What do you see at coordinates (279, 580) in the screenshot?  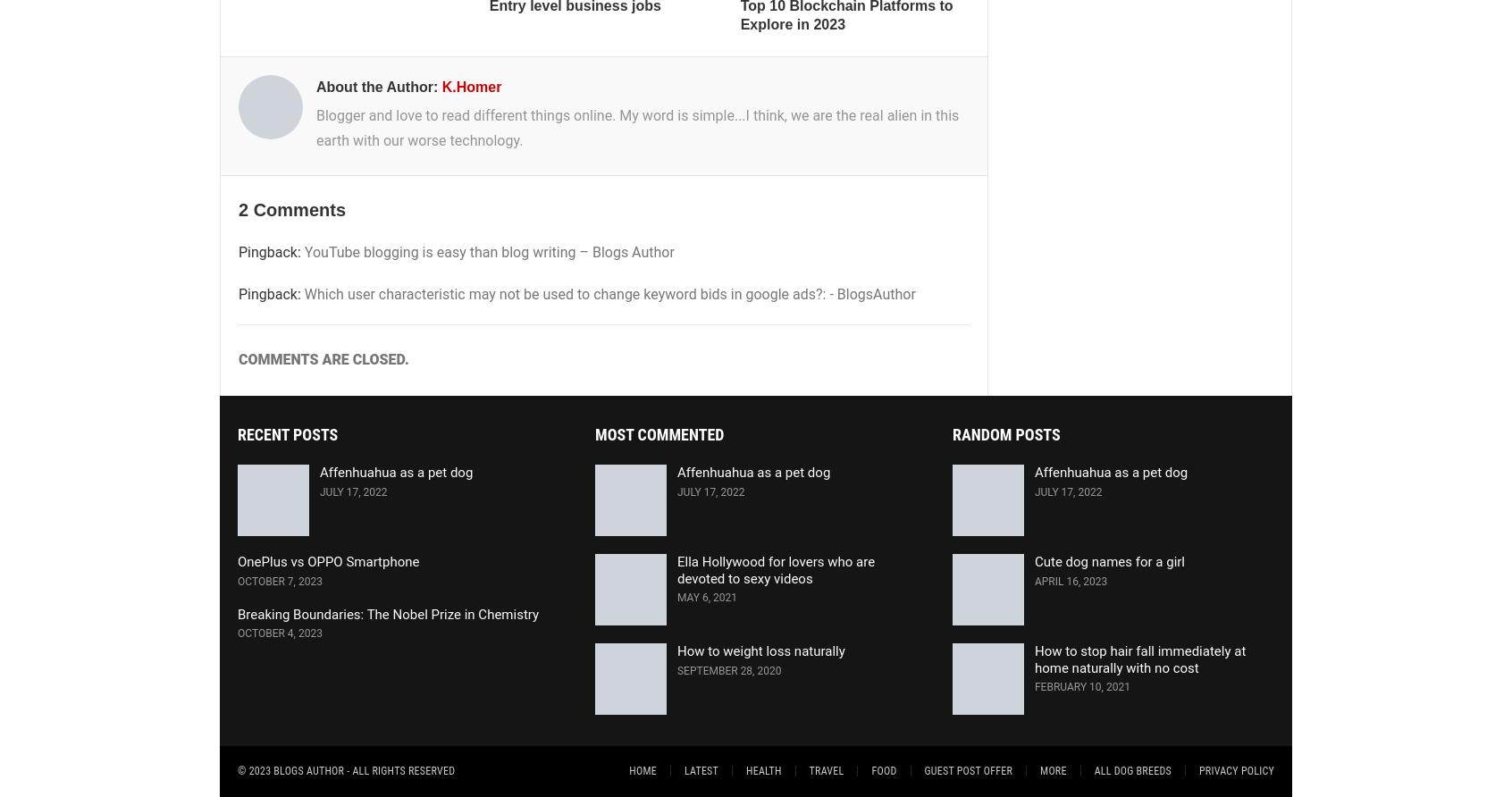 I see `'October 7, 2023'` at bounding box center [279, 580].